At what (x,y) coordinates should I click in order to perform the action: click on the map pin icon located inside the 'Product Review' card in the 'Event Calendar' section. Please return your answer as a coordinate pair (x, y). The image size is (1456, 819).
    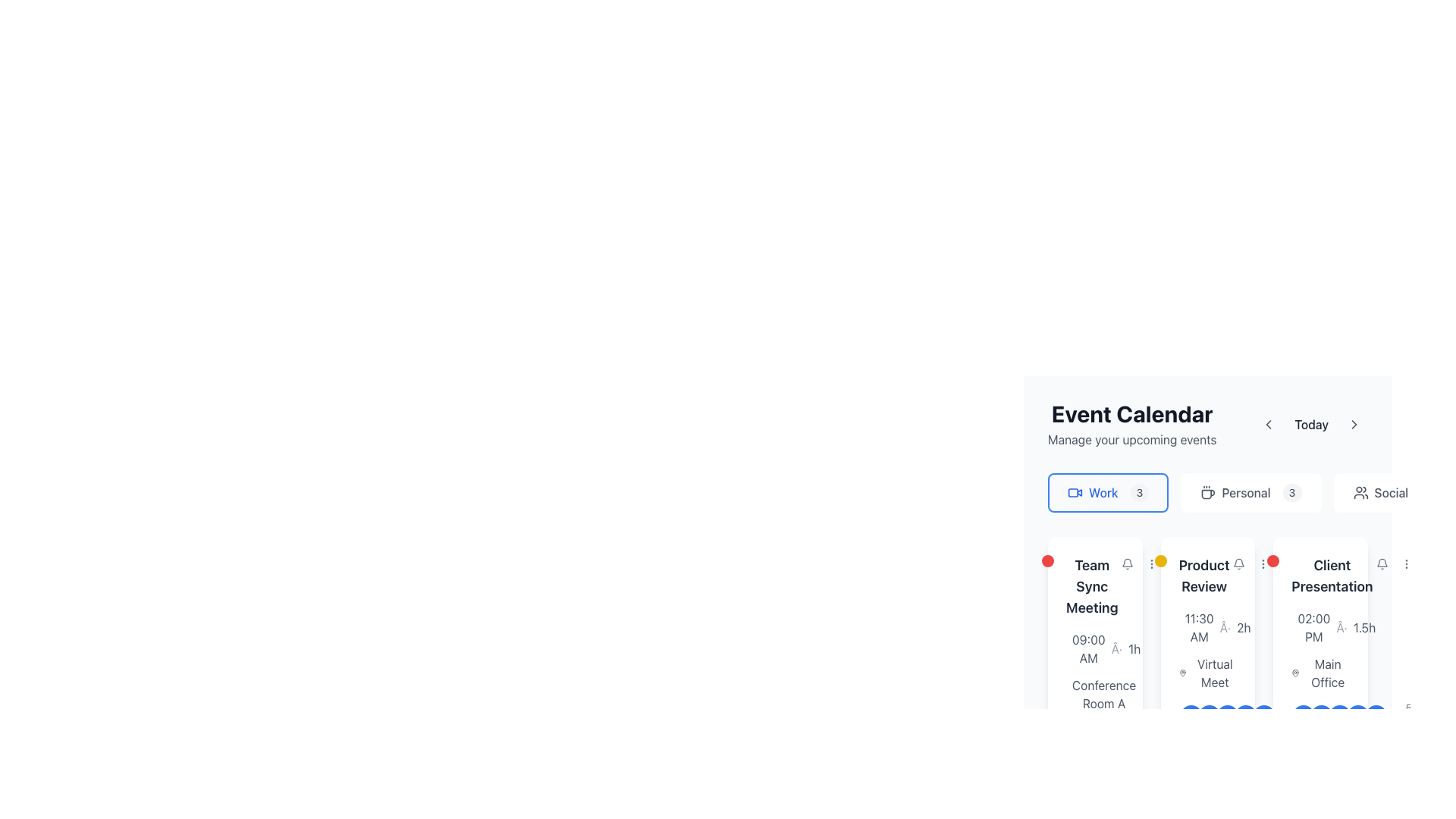
    Looking at the image, I should click on (1182, 672).